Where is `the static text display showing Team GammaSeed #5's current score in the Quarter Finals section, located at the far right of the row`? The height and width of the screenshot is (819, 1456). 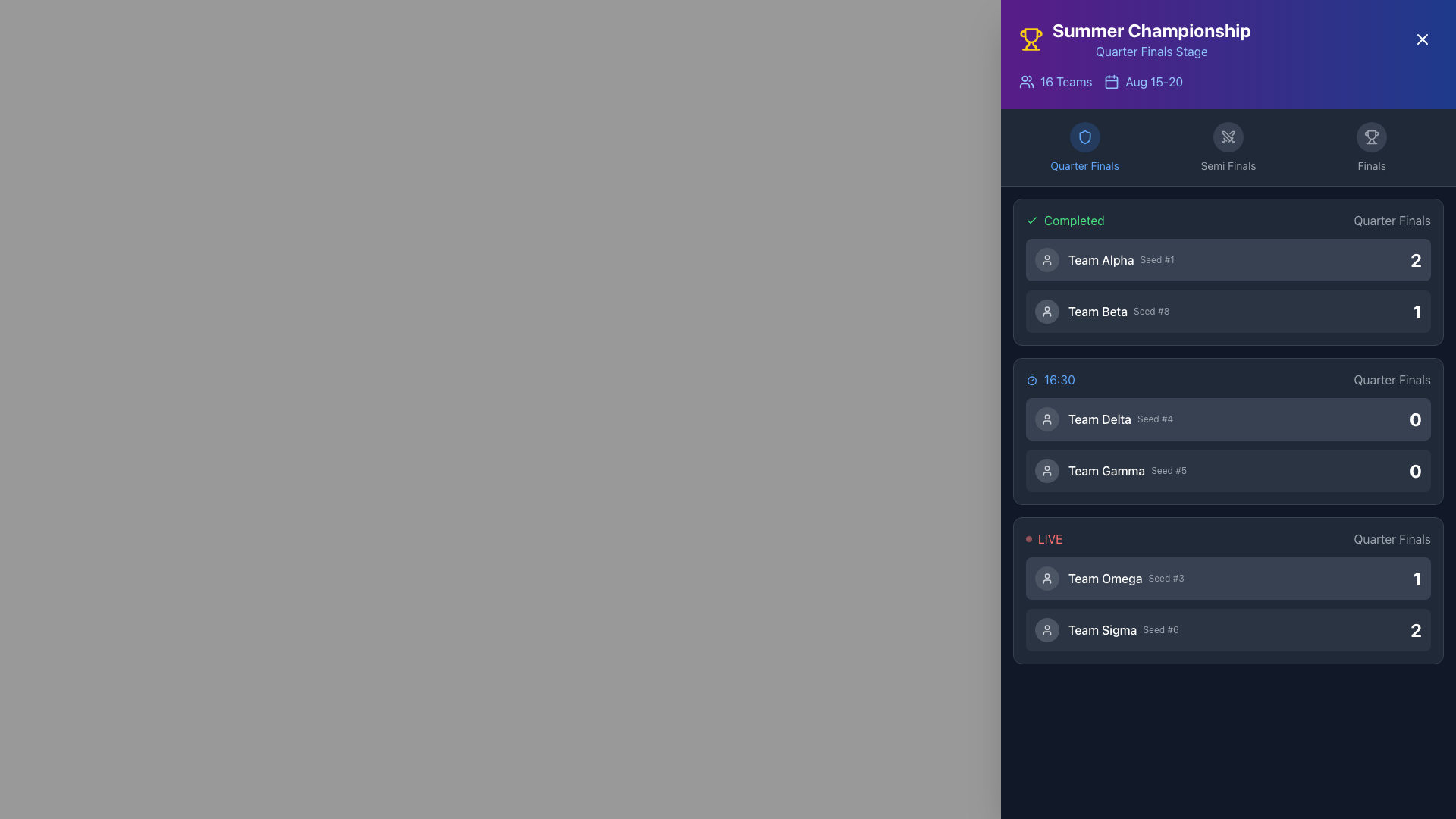
the static text display showing Team GammaSeed #5's current score in the Quarter Finals section, located at the far right of the row is located at coordinates (1415, 470).